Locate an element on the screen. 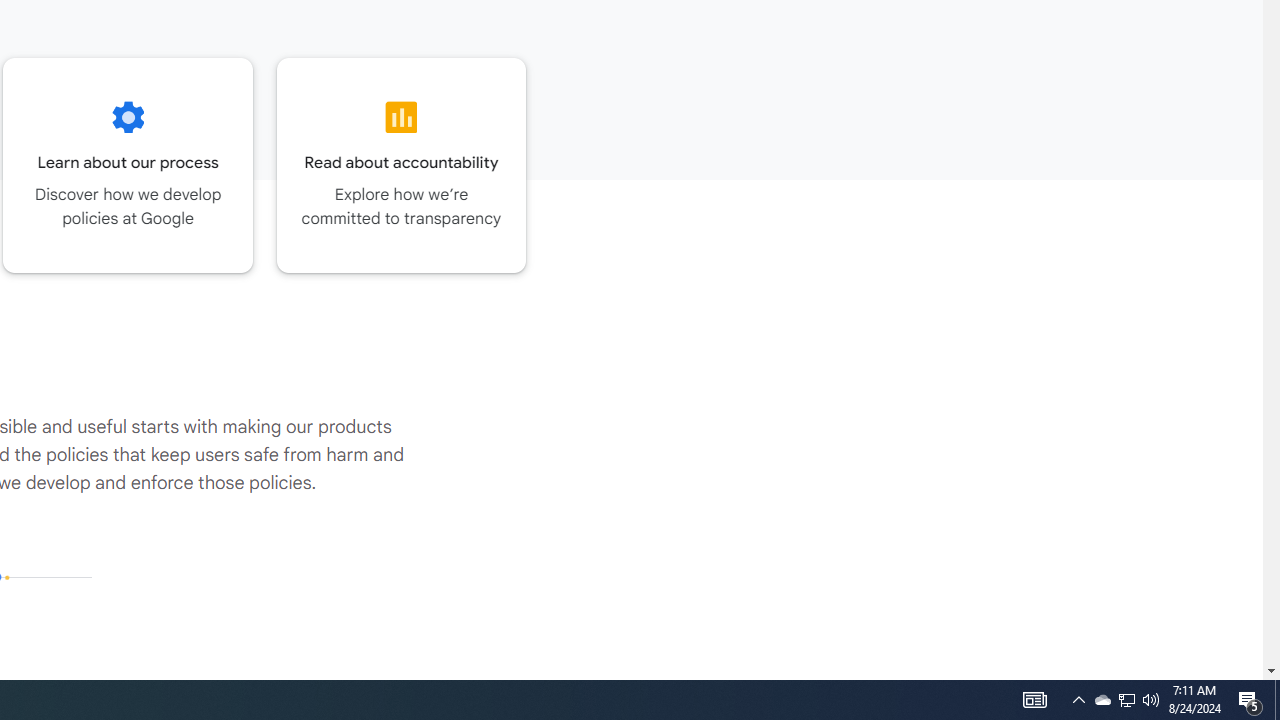 This screenshot has height=720, width=1280. 'Go to the Accountability page' is located at coordinates (400, 164).